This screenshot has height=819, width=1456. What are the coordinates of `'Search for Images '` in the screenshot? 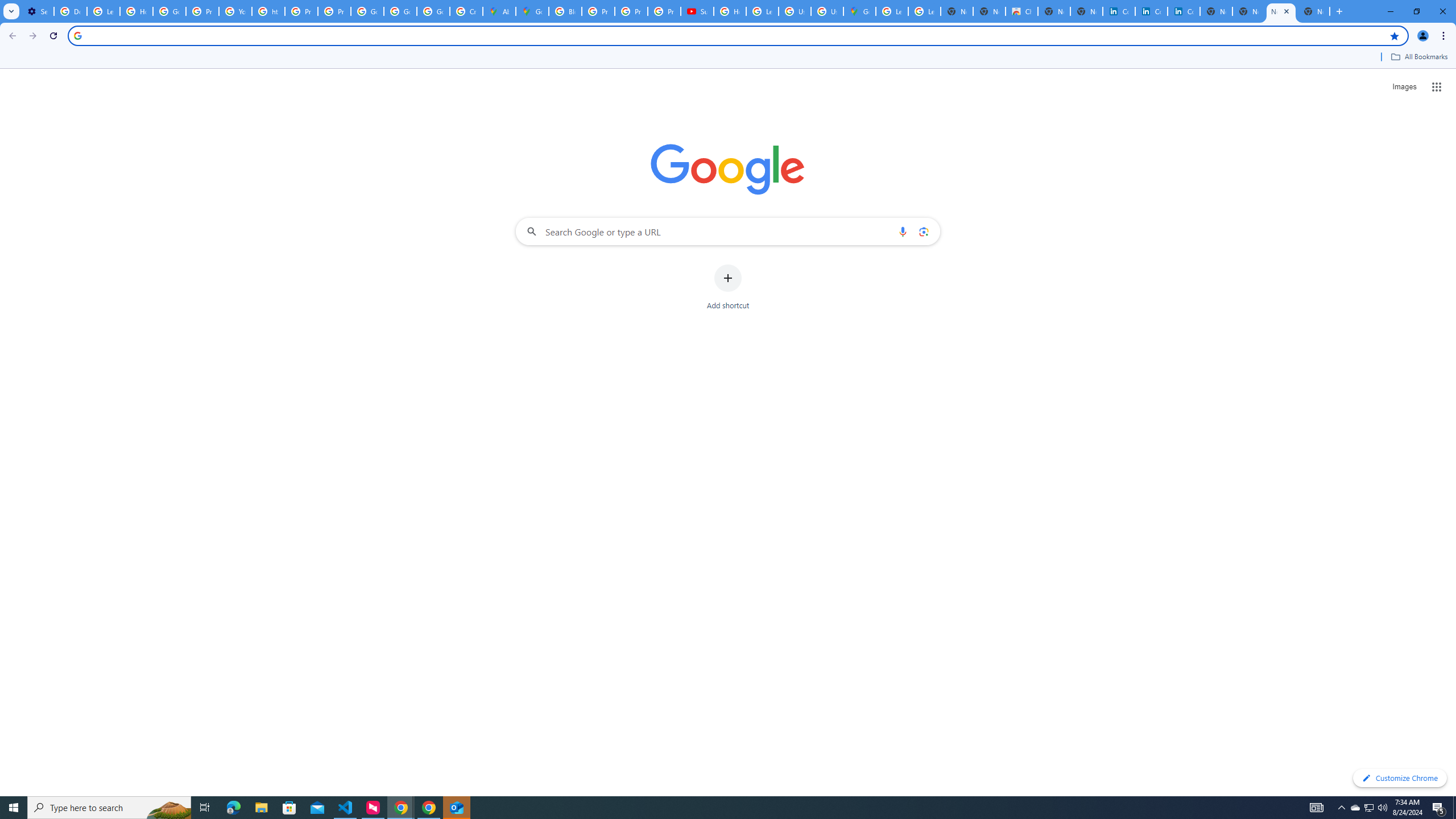 It's located at (1404, 87).